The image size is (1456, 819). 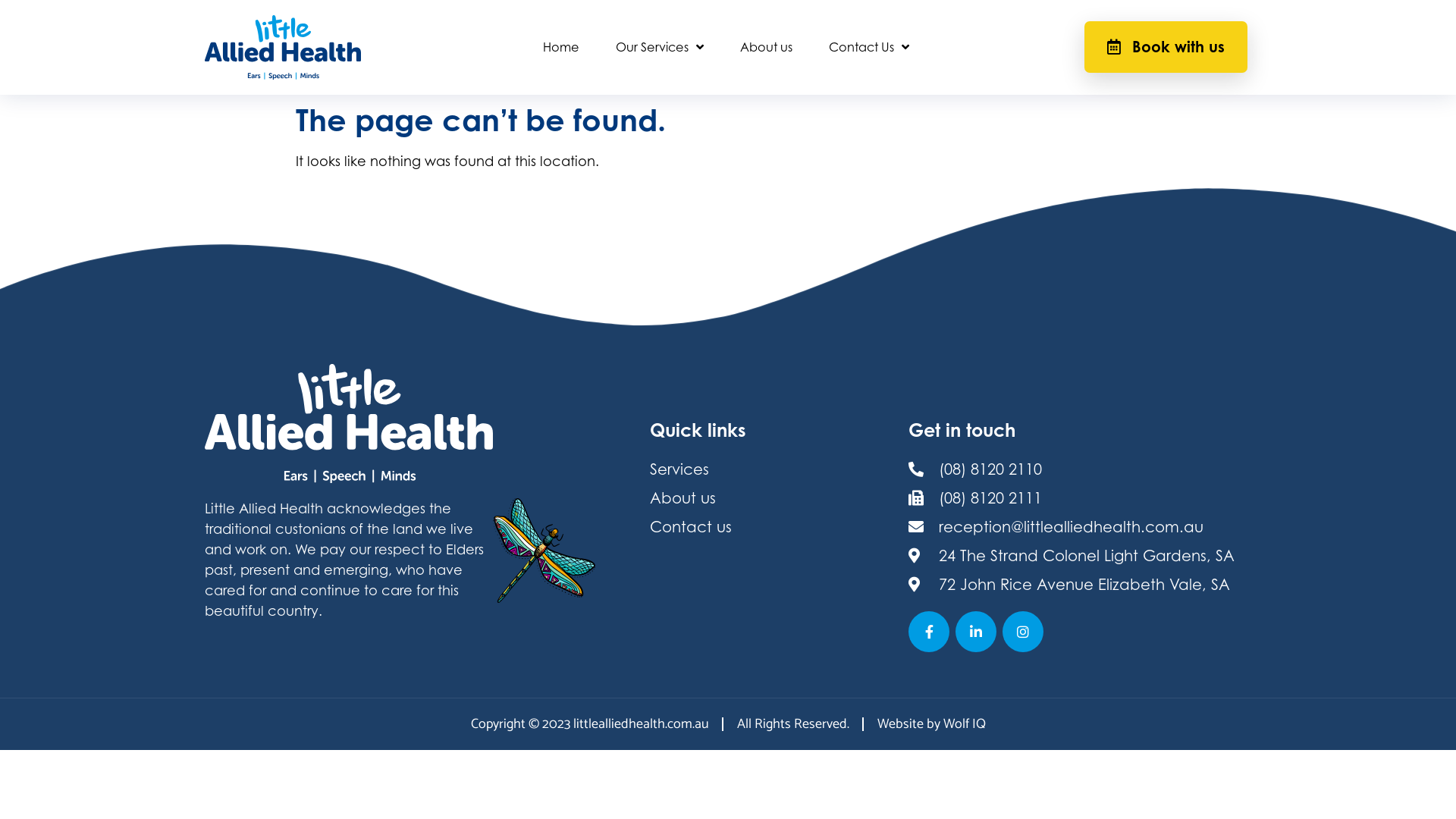 What do you see at coordinates (596, 45) in the screenshot?
I see `'Our Services'` at bounding box center [596, 45].